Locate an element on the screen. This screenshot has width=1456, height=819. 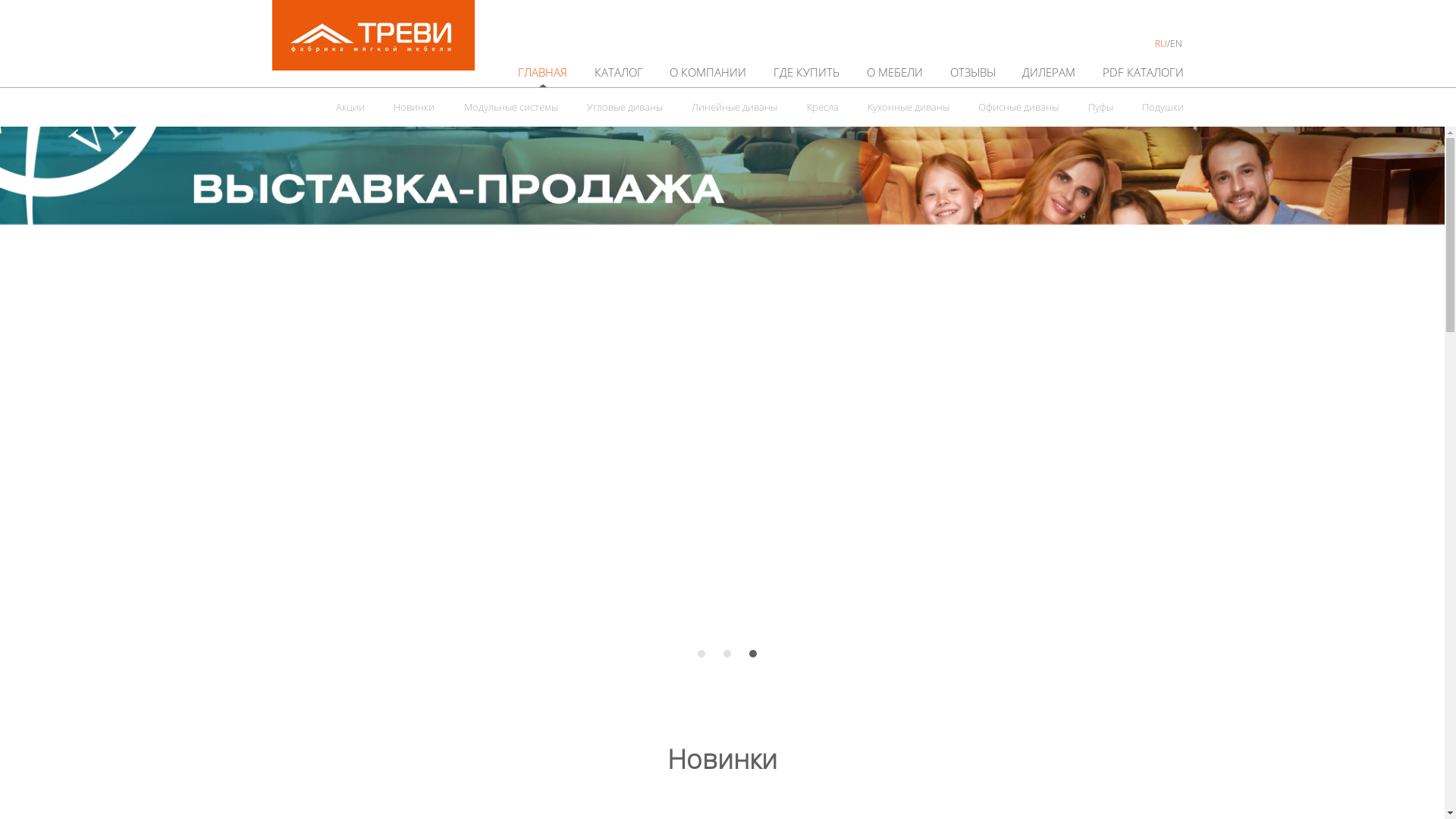
'RU' is located at coordinates (1160, 42).